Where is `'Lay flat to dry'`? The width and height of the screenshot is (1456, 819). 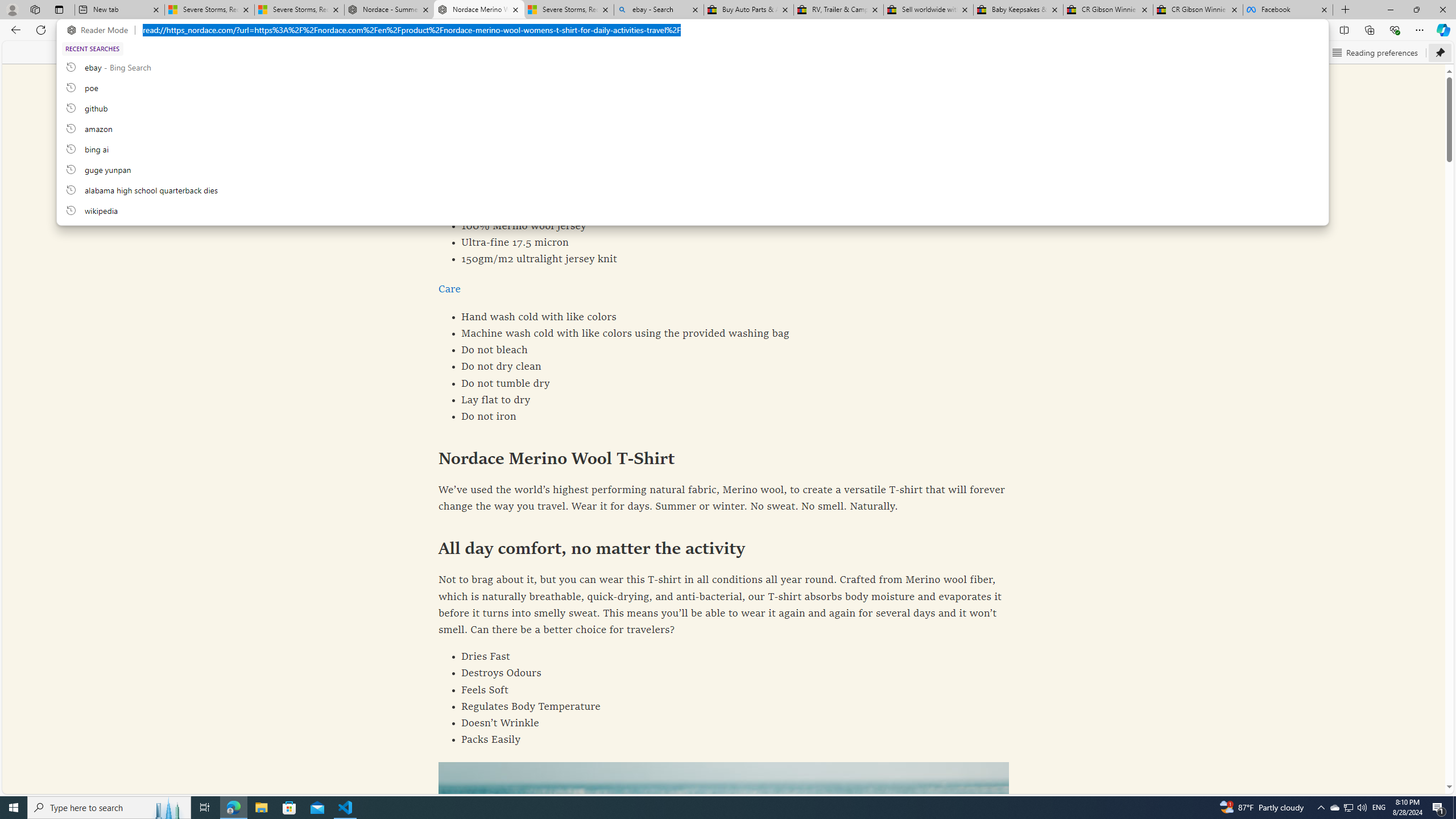 'Lay flat to dry' is located at coordinates (723, 399).